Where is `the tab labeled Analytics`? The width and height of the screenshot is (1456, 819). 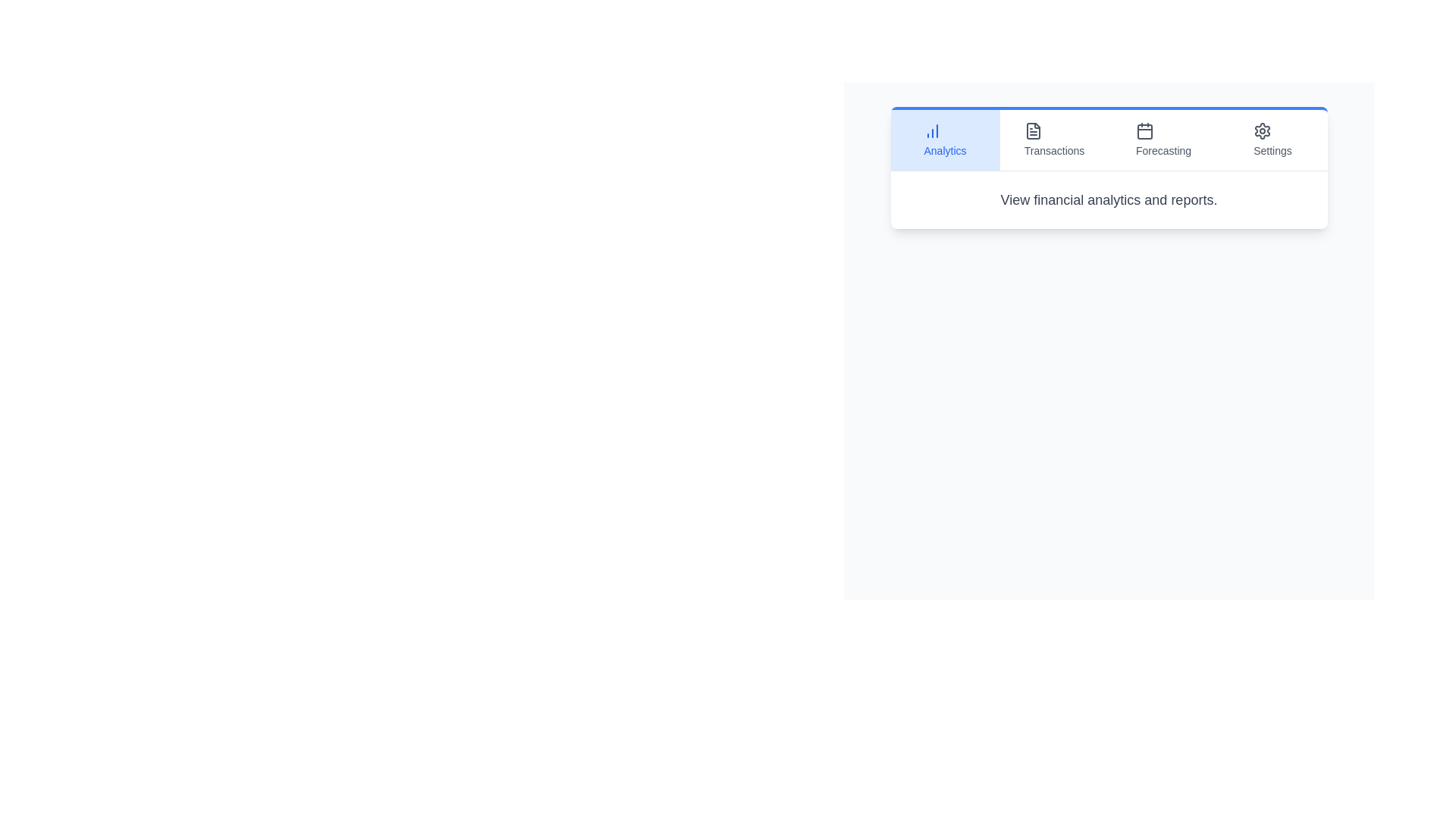 the tab labeled Analytics is located at coordinates (944, 140).